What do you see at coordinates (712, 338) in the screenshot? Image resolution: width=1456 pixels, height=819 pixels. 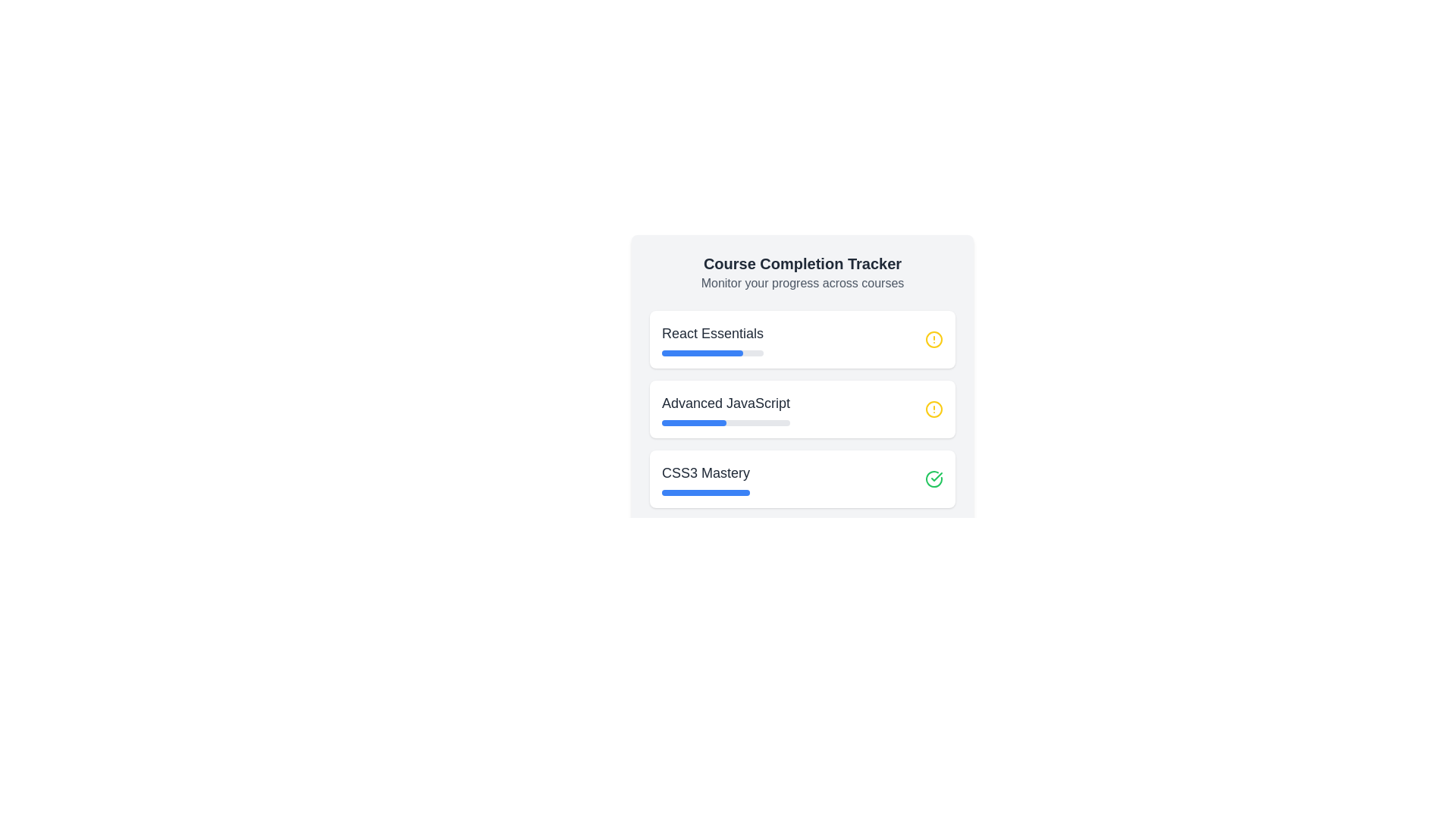 I see `the progress bar of the first List Item with Progress Indicator for the course 'React Essentials'` at bounding box center [712, 338].